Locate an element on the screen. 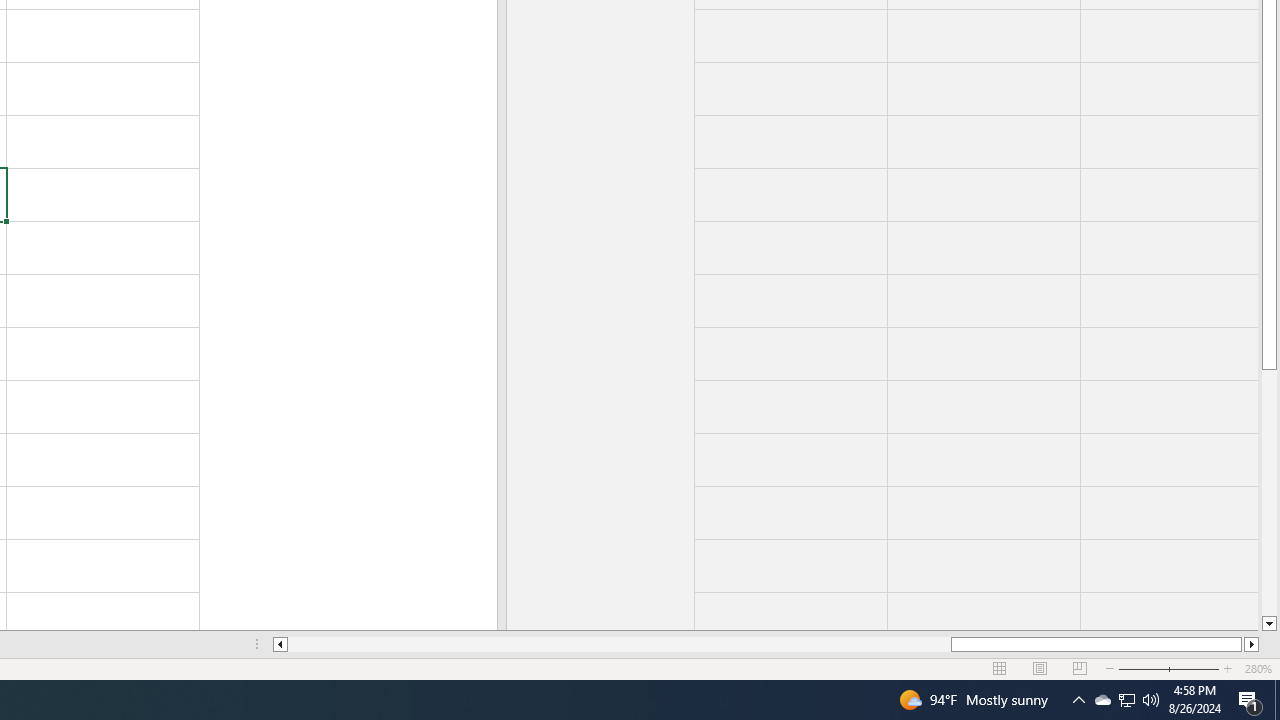 This screenshot has width=1280, height=720. 'Page Break Preview' is located at coordinates (1078, 669).